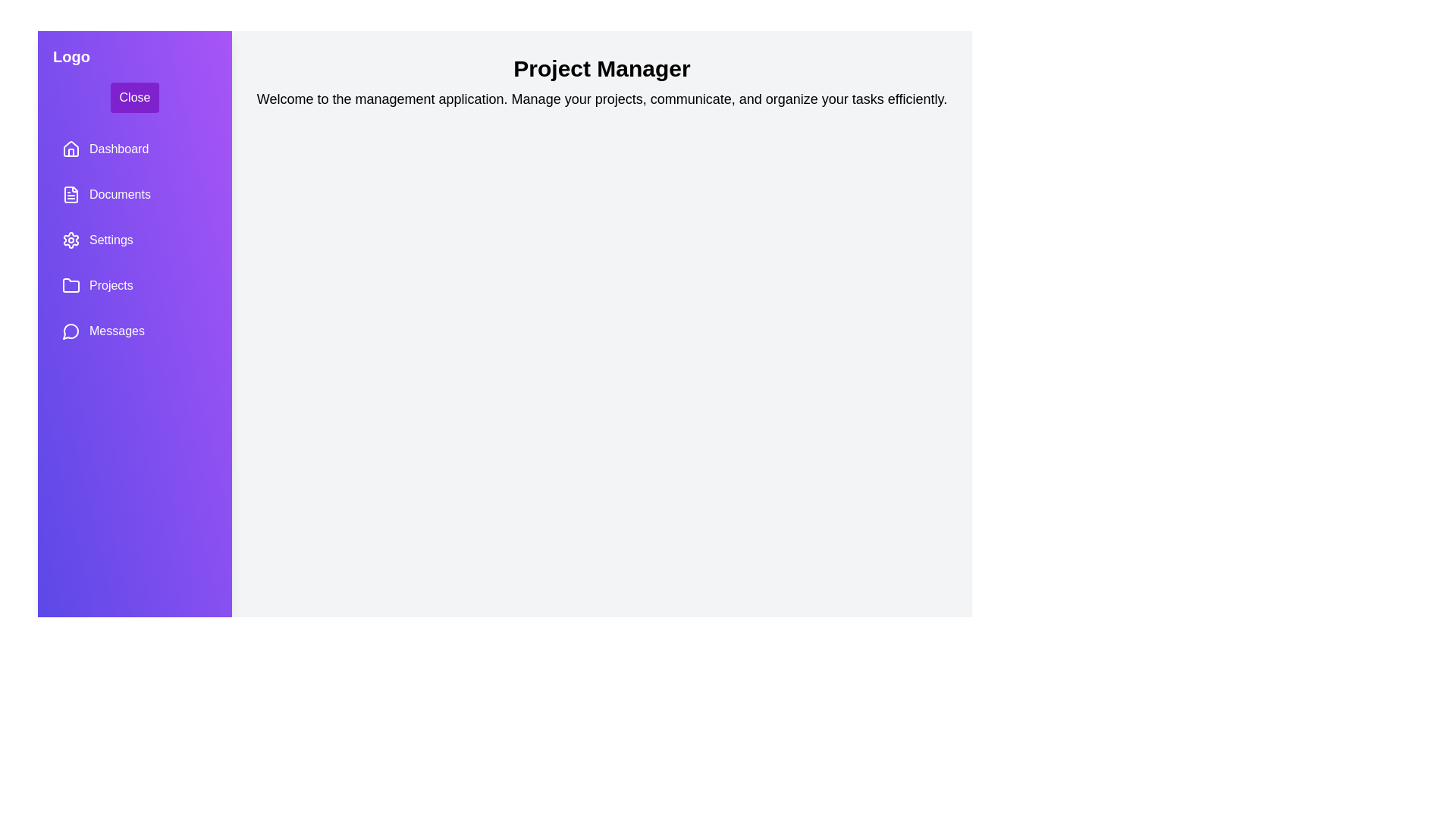 The width and height of the screenshot is (1456, 819). I want to click on the navigation item labeled Projects to navigate to the respective section, so click(134, 286).